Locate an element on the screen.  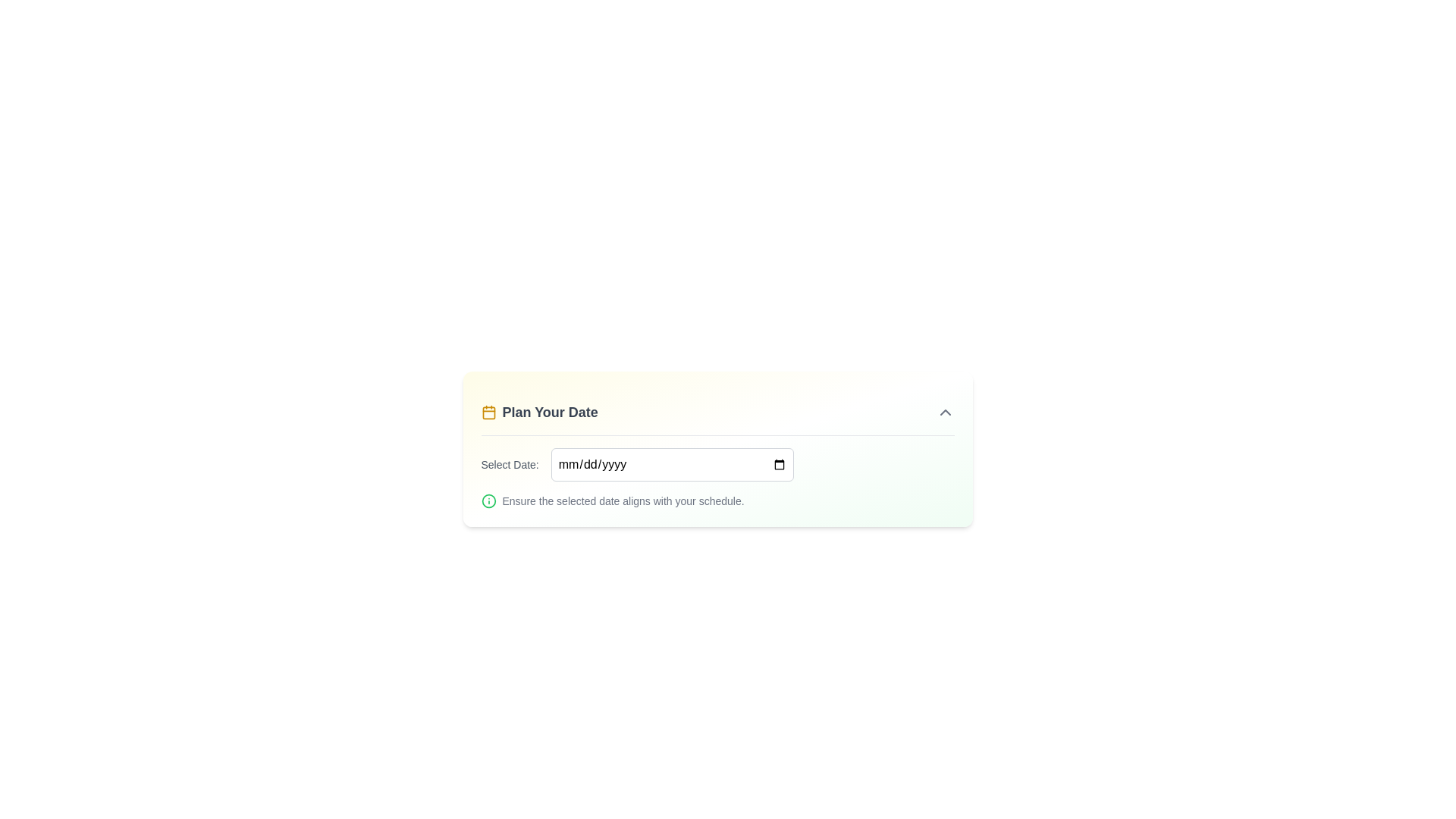
the informational icon and text 'Ensure the selected date aligns with your schedule' located below the date selection field in the 'Plan Your Date' section is located at coordinates (717, 500).